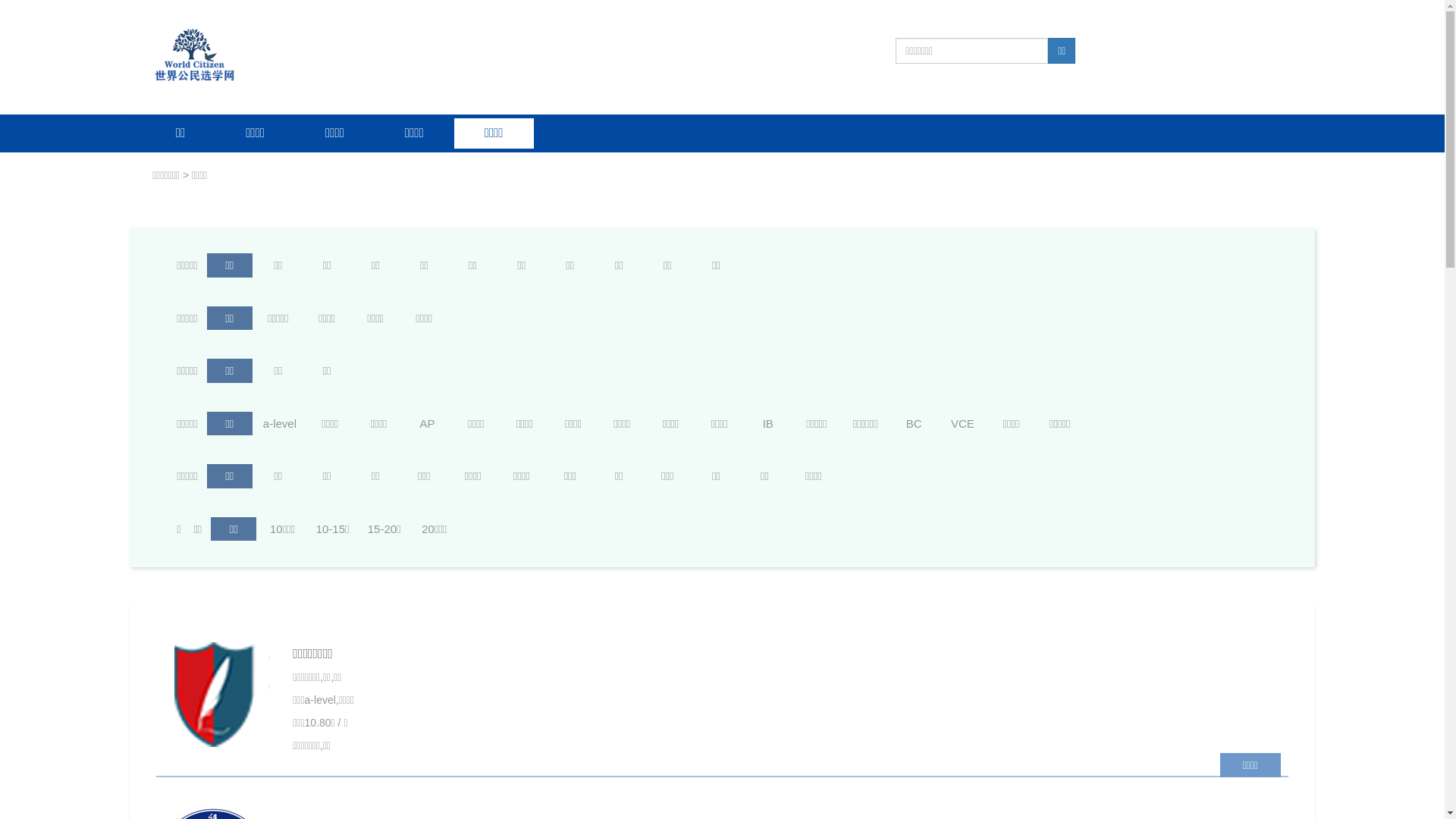 This screenshot has height=819, width=1456. What do you see at coordinates (280, 423) in the screenshot?
I see `'a-level'` at bounding box center [280, 423].